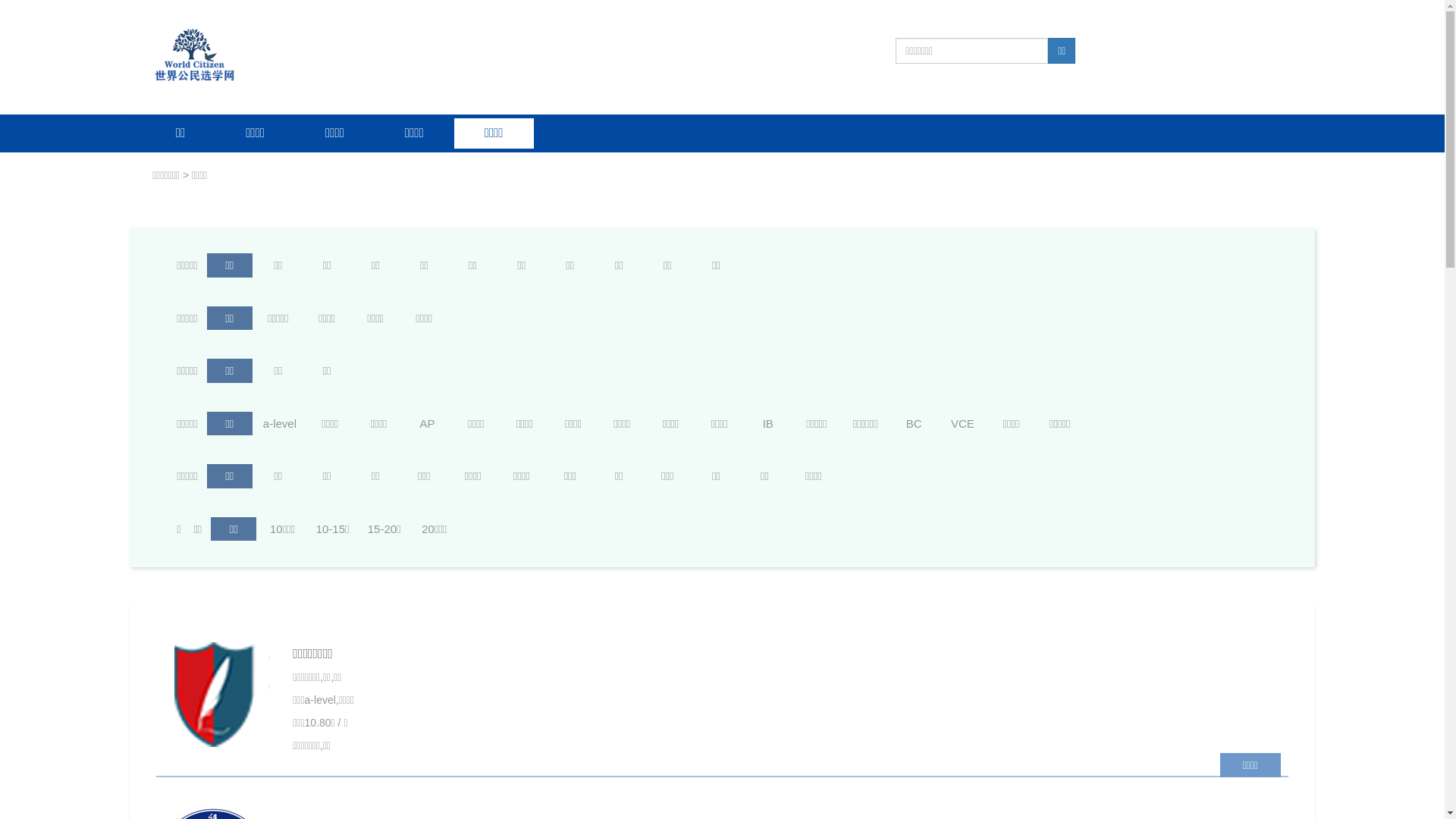 This screenshot has height=819, width=1456. What do you see at coordinates (280, 423) in the screenshot?
I see `'a-level'` at bounding box center [280, 423].